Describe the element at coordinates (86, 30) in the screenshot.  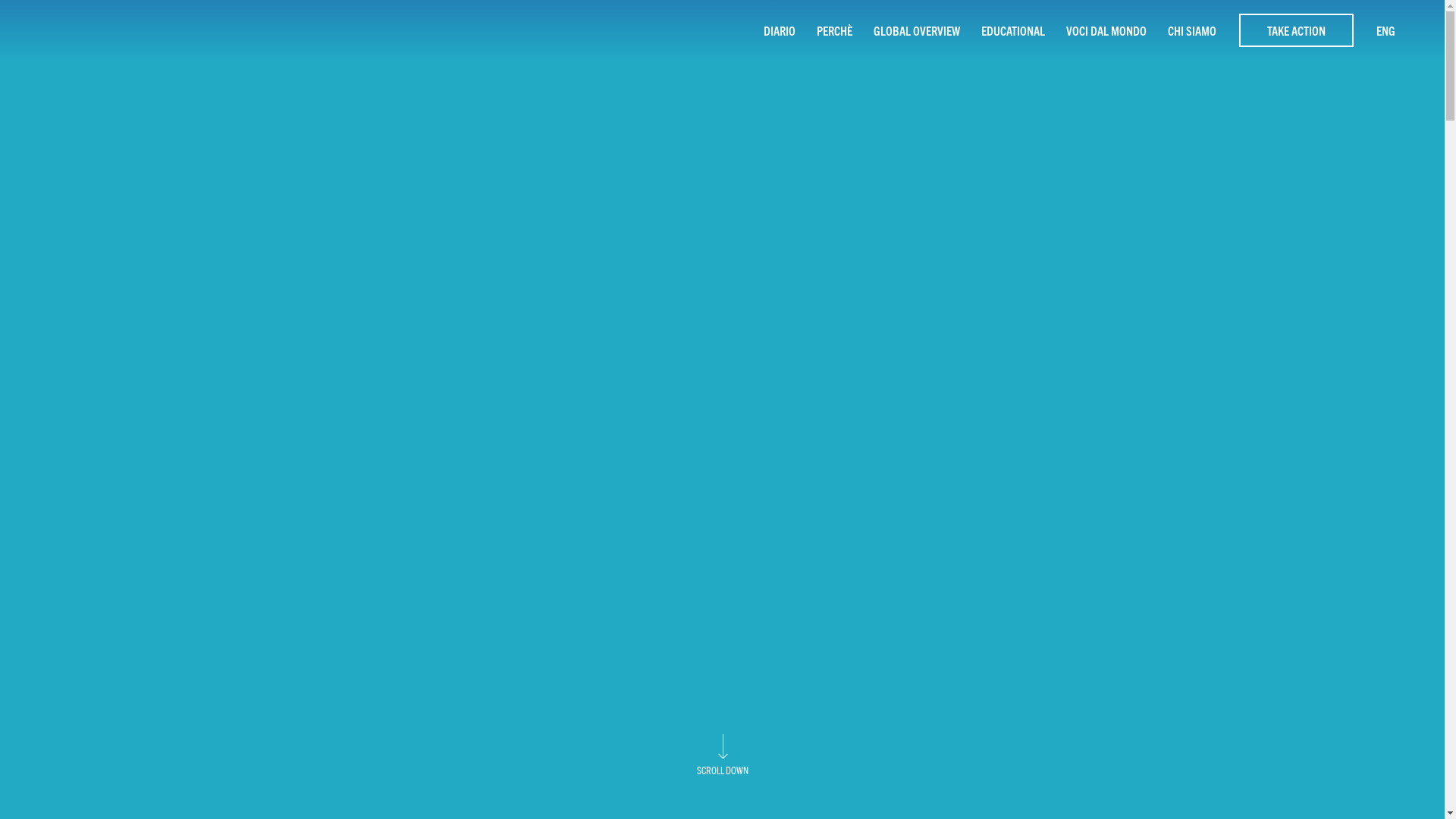
I see `'homepage - 10 Rivers 1 Ocean'` at that location.